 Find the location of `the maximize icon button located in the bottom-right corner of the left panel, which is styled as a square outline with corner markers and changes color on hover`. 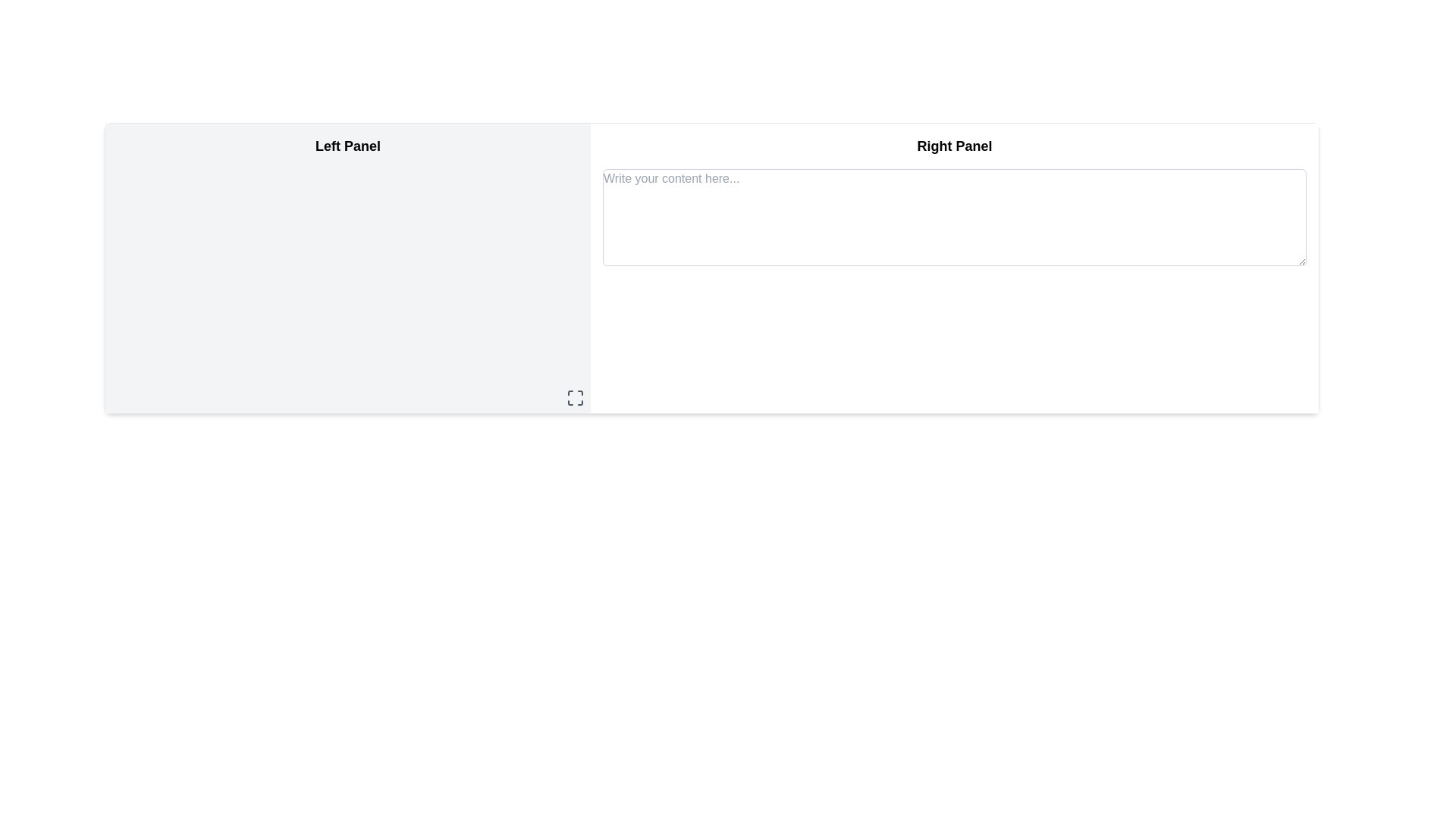

the maximize icon button located in the bottom-right corner of the left panel, which is styled as a square outline with corner markers and changes color on hover is located at coordinates (574, 397).